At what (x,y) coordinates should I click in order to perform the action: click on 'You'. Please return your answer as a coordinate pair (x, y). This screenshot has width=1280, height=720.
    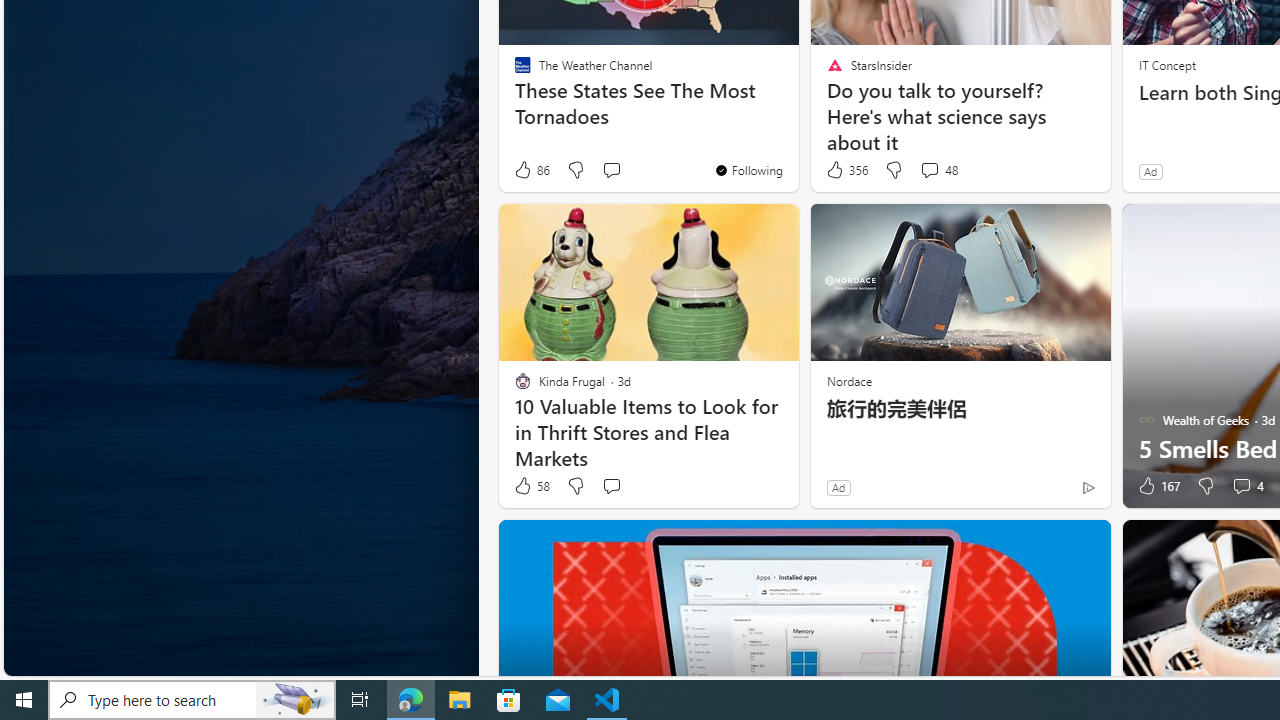
    Looking at the image, I should click on (747, 168).